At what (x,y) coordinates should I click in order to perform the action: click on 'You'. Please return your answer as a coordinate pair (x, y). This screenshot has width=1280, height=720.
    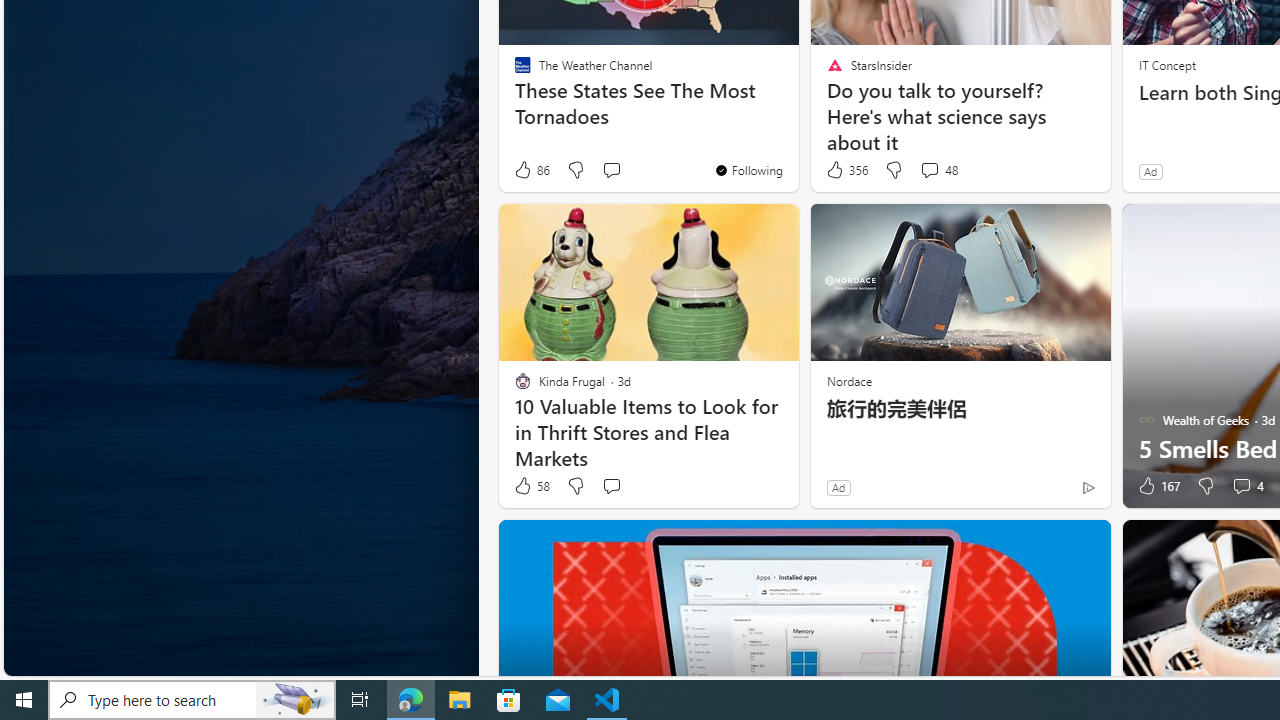
    Looking at the image, I should click on (747, 168).